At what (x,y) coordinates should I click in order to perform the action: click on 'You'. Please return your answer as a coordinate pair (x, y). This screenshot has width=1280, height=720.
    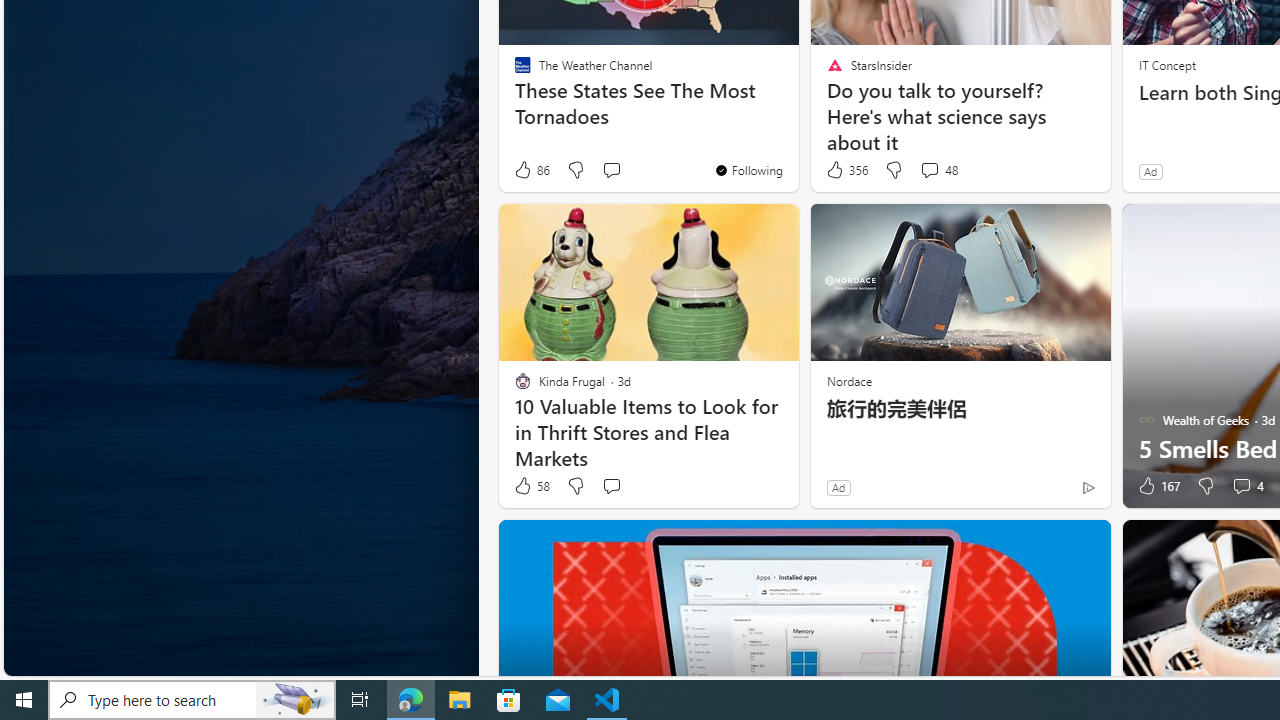
    Looking at the image, I should click on (747, 168).